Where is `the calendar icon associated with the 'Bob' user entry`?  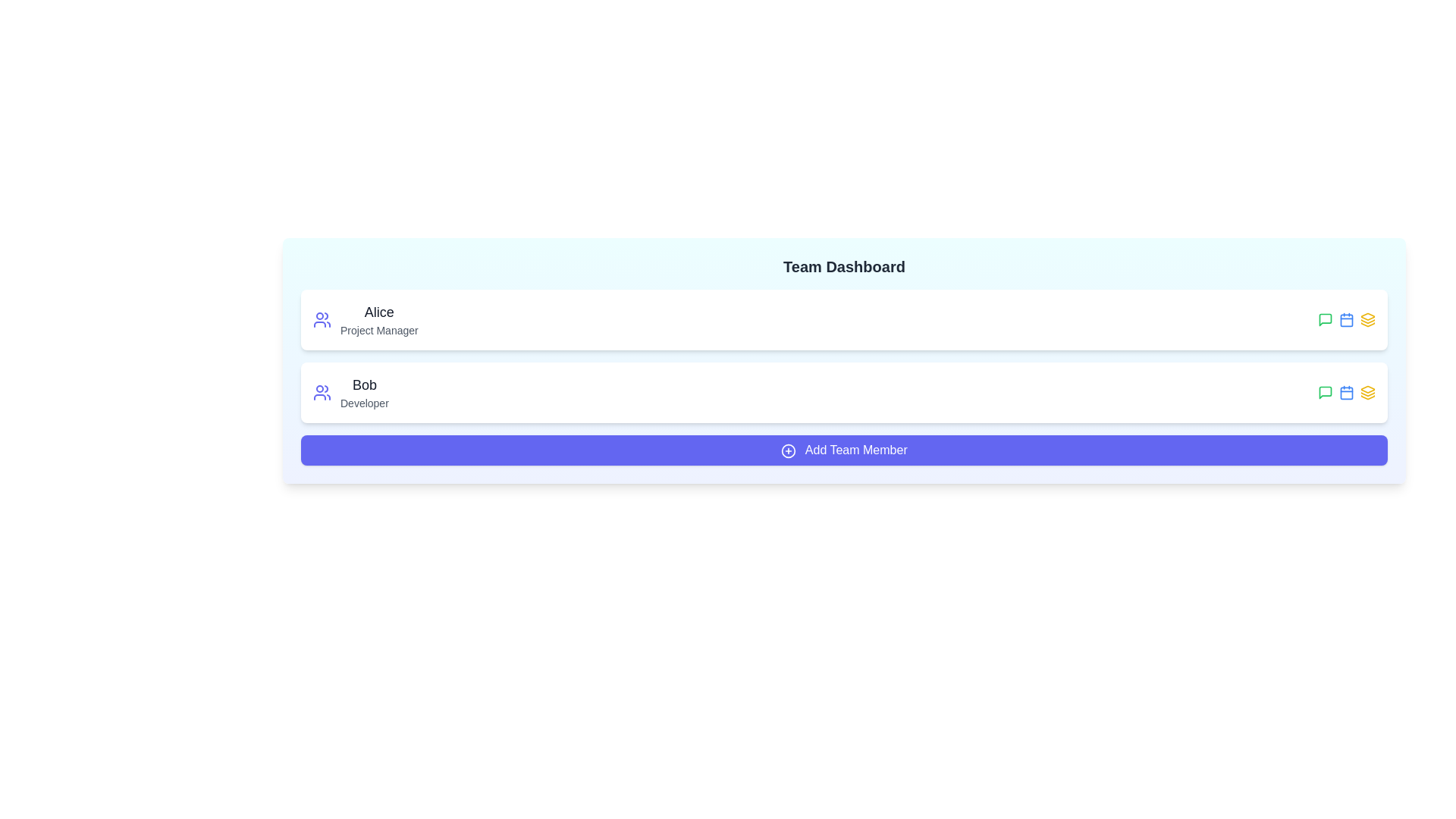 the calendar icon associated with the 'Bob' user entry is located at coordinates (1347, 391).